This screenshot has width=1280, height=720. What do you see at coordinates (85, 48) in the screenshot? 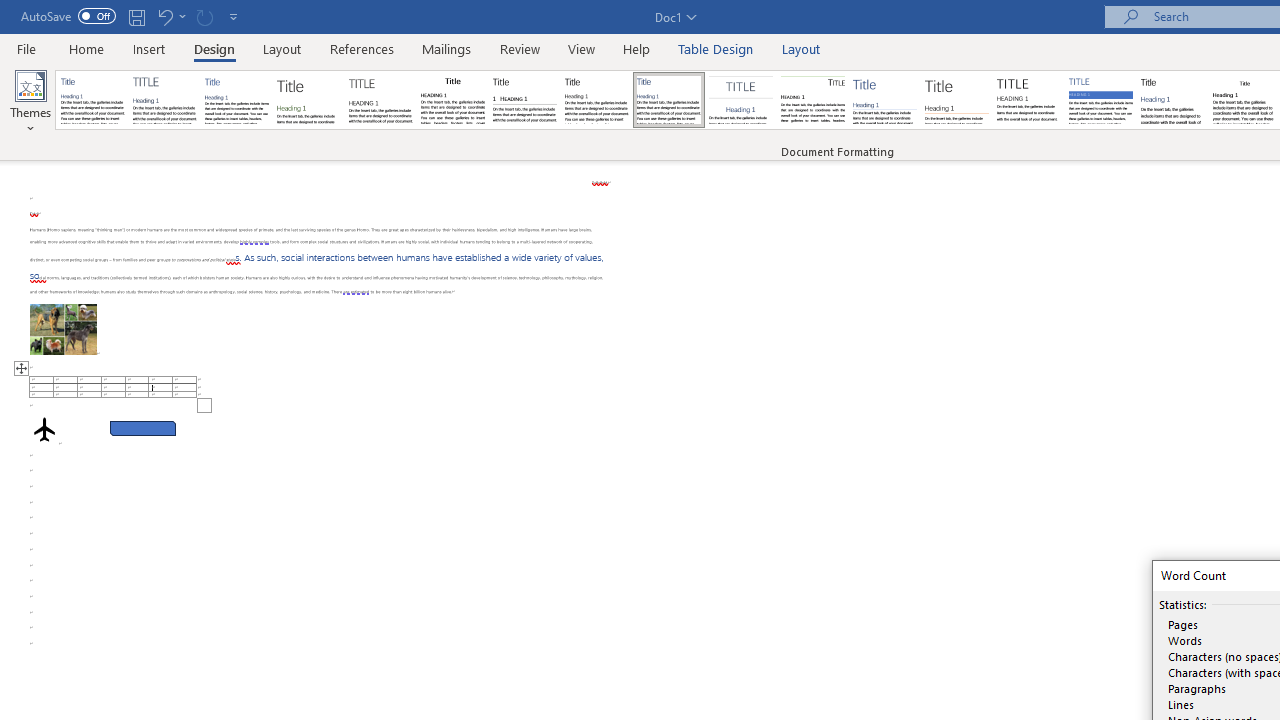
I see `'Home'` at bounding box center [85, 48].